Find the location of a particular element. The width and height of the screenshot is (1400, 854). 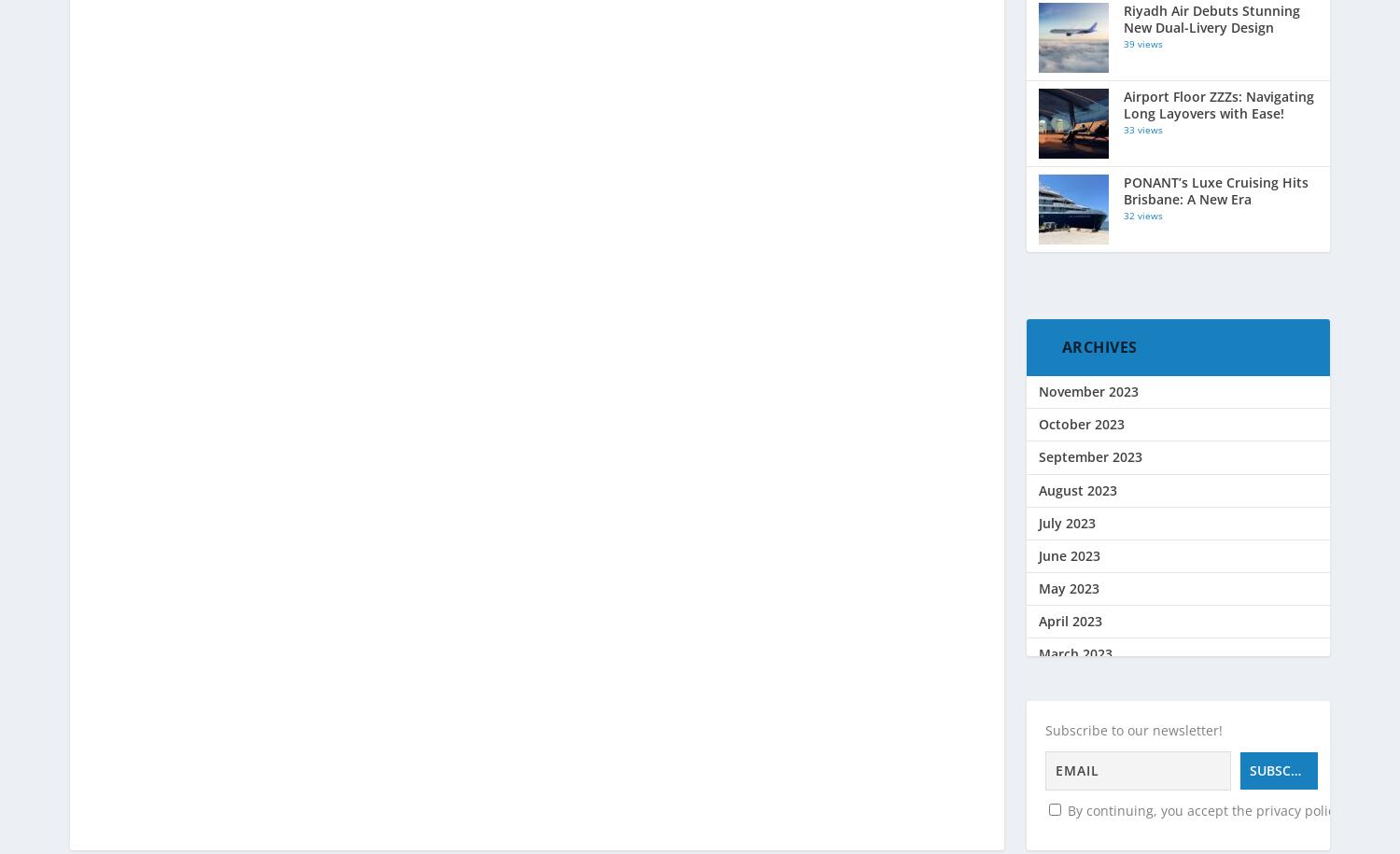

'May 2023' is located at coordinates (1068, 588).